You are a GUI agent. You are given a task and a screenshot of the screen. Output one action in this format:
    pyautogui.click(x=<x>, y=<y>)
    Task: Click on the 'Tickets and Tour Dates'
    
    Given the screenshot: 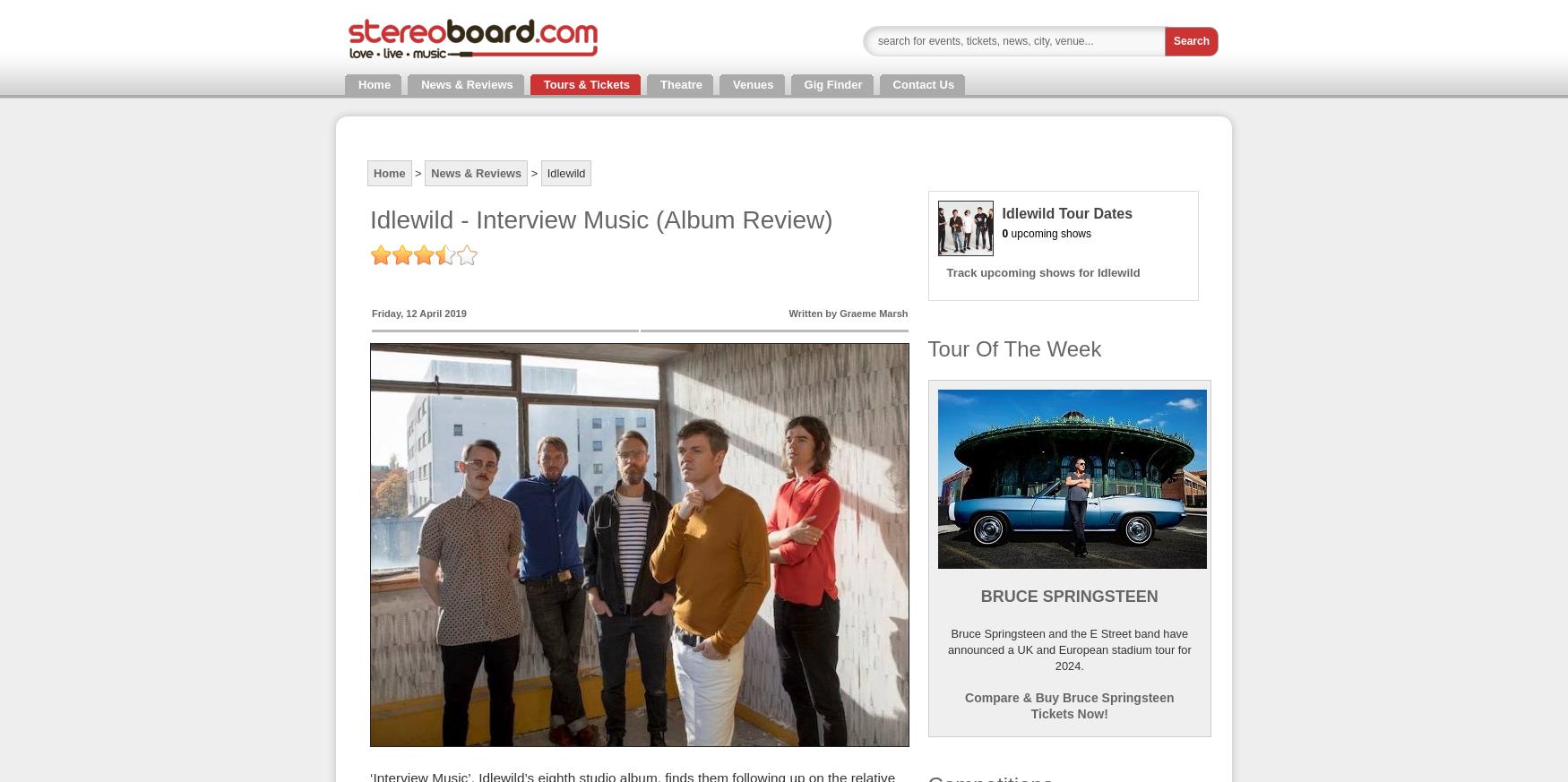 What is the action you would take?
    pyautogui.click(x=66, y=13)
    